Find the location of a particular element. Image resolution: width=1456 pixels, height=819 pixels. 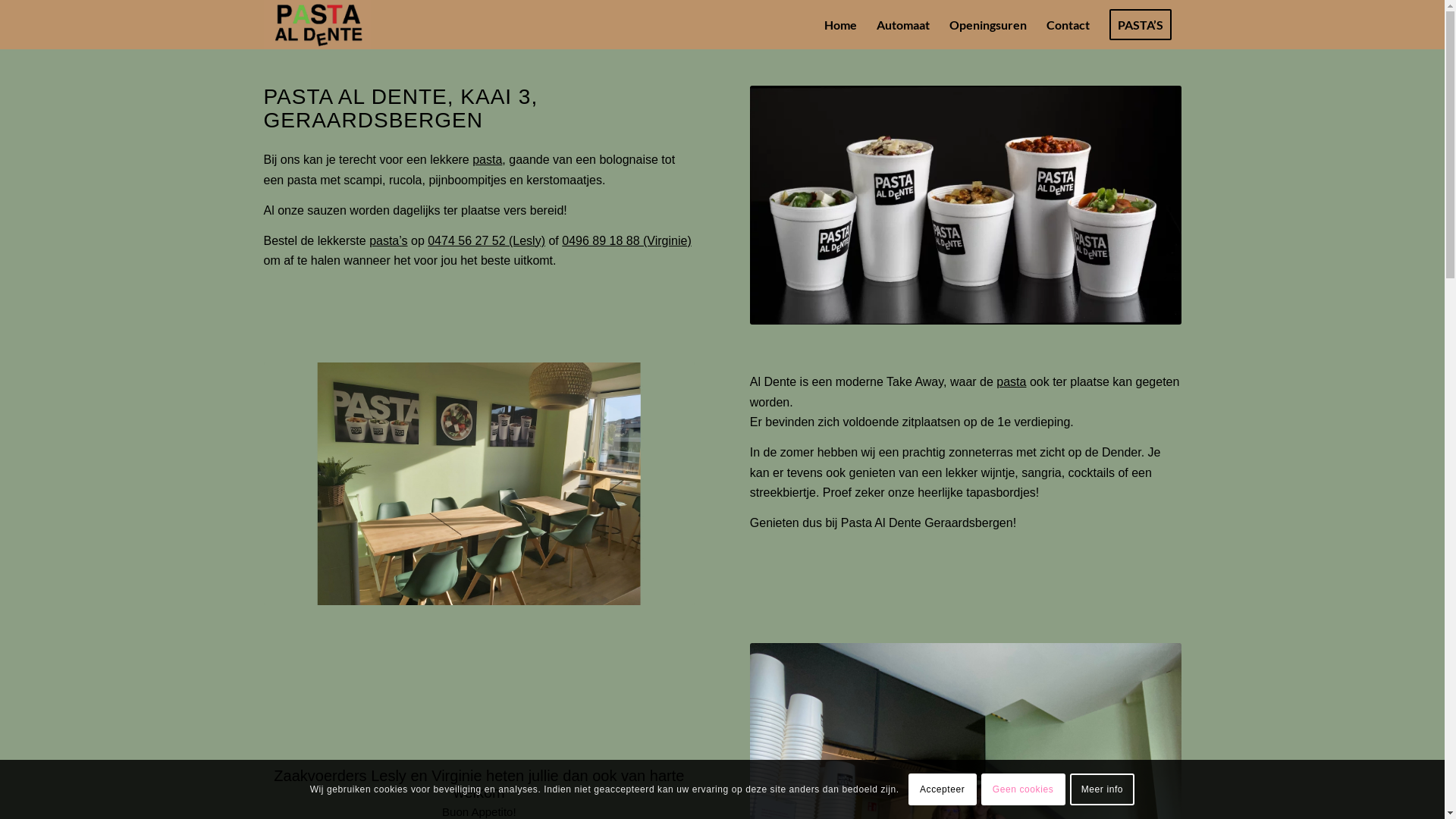

'0496 89 18 88 (Virginie)' is located at coordinates (626, 240).